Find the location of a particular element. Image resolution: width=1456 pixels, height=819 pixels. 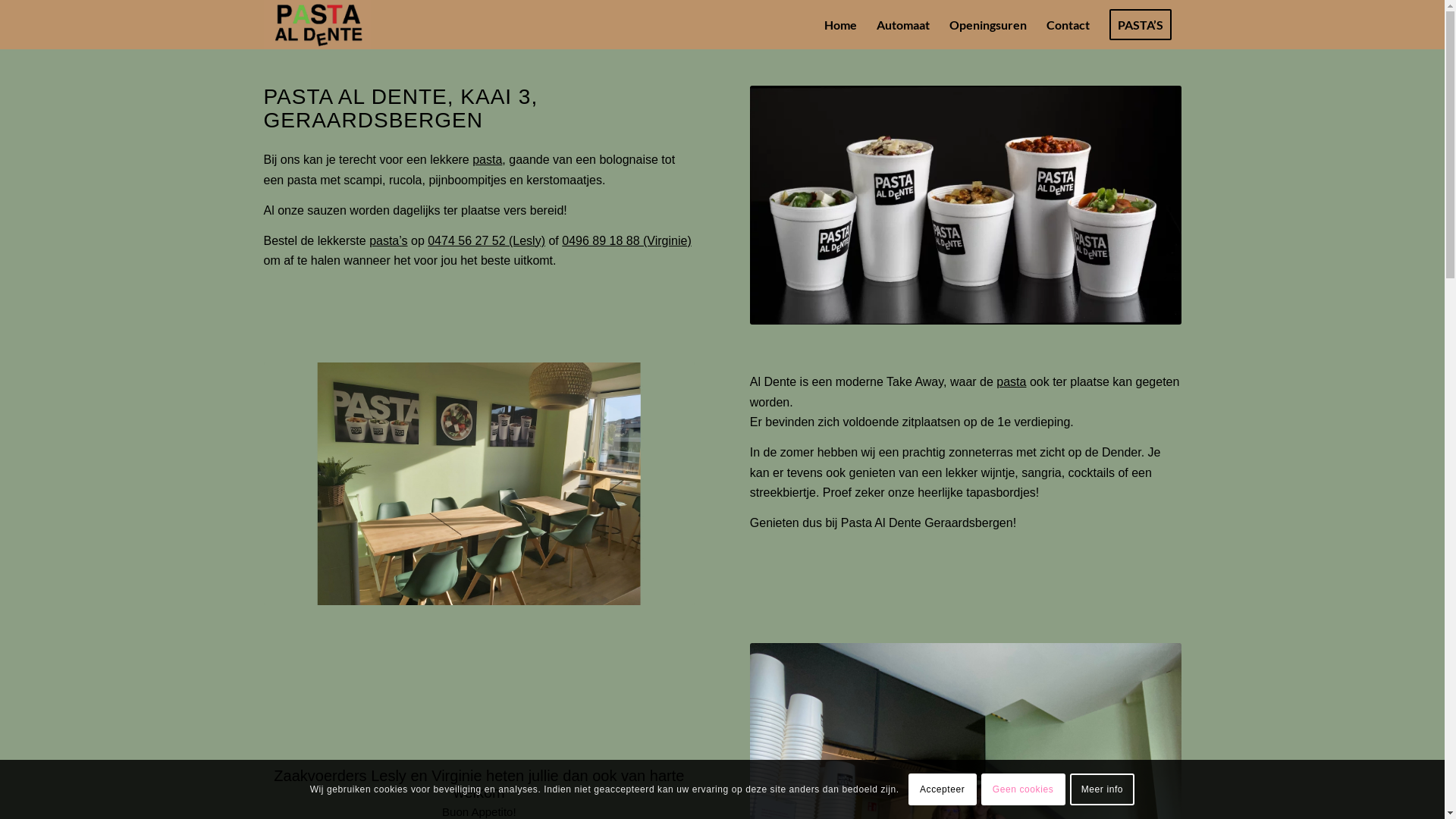

'0496 89 18 88 (Virginie)' is located at coordinates (626, 240).